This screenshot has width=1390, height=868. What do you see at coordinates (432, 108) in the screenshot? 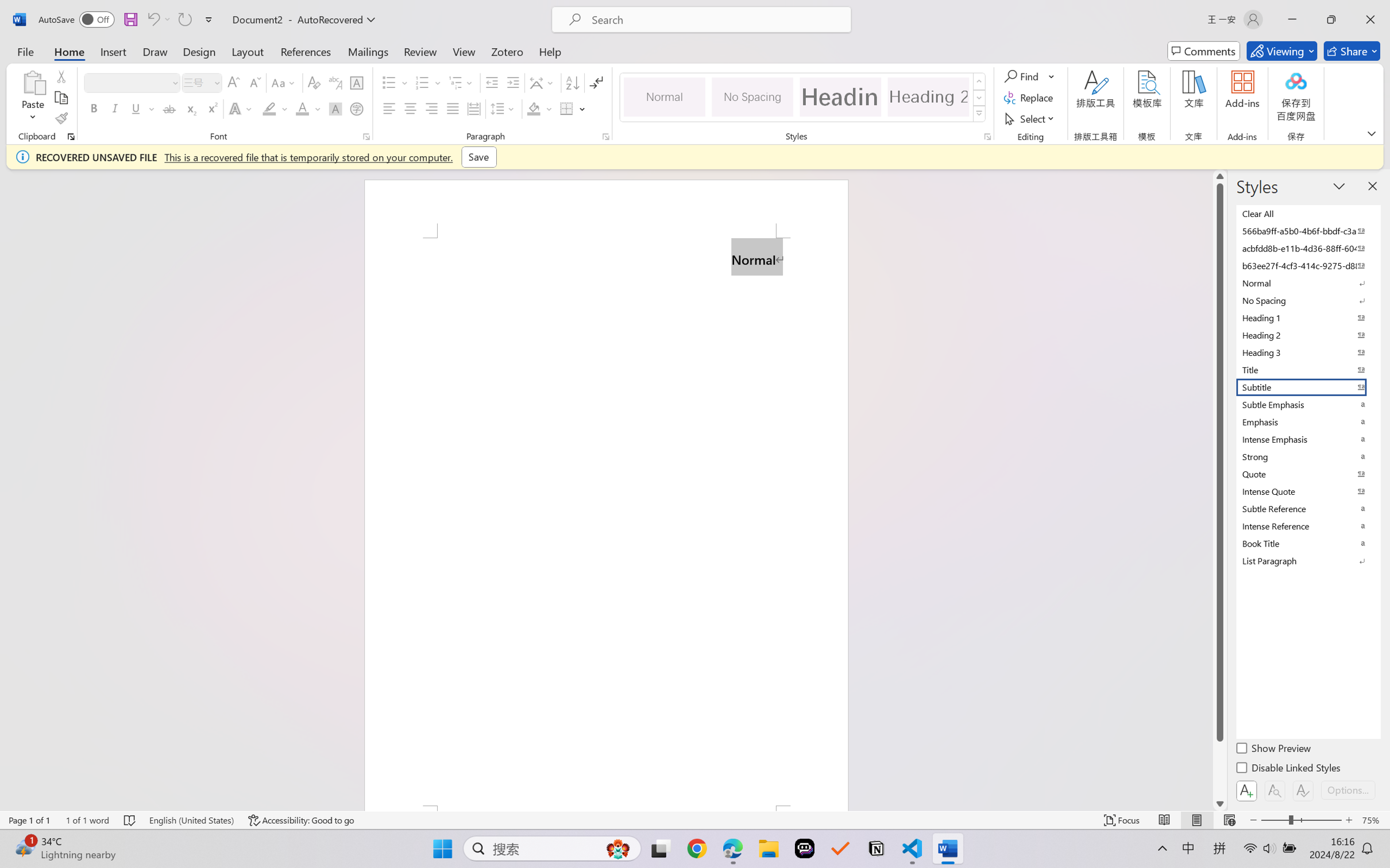
I see `'Align Right'` at bounding box center [432, 108].